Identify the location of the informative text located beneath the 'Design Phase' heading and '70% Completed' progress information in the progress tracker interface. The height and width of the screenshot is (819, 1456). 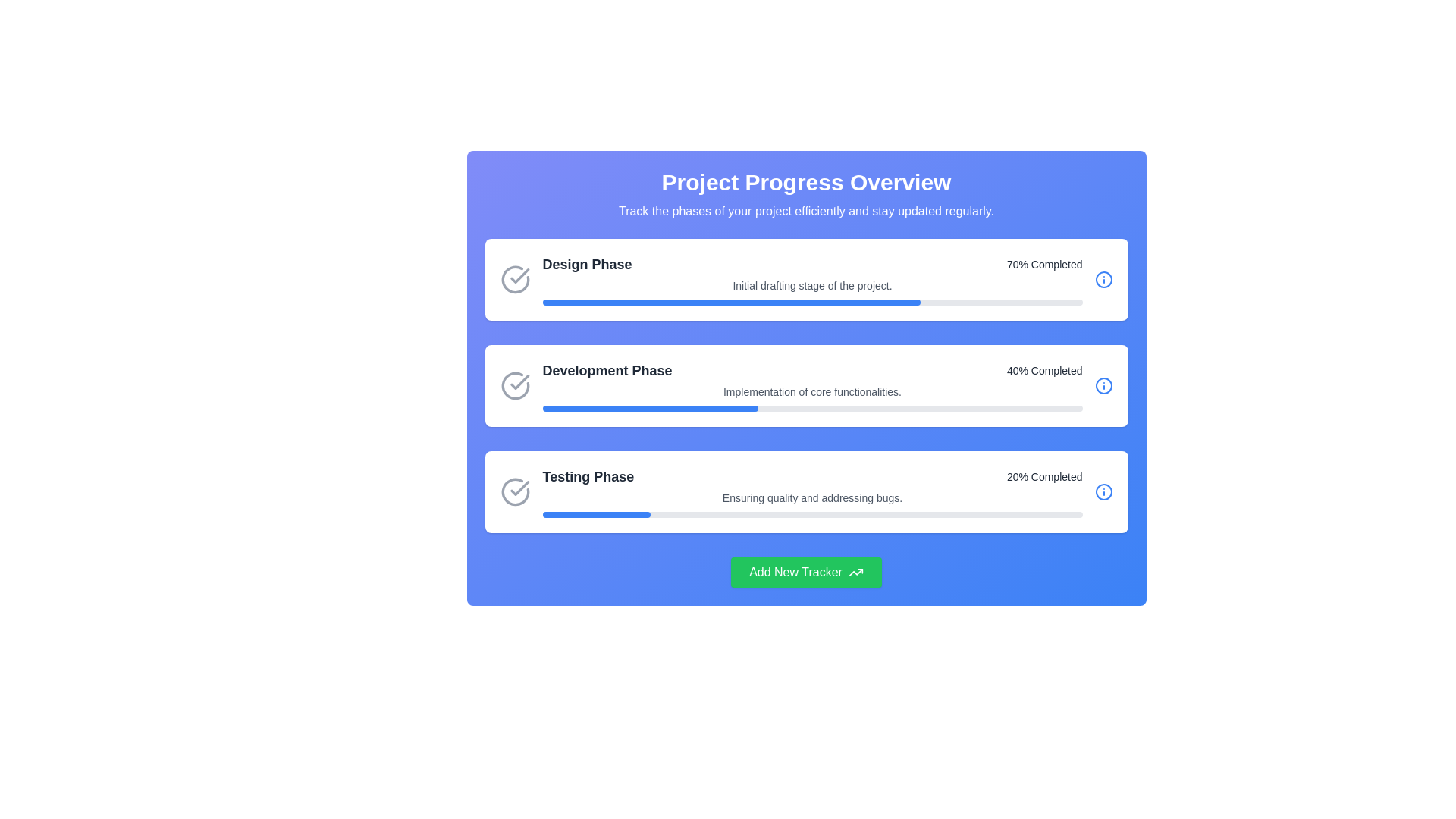
(811, 286).